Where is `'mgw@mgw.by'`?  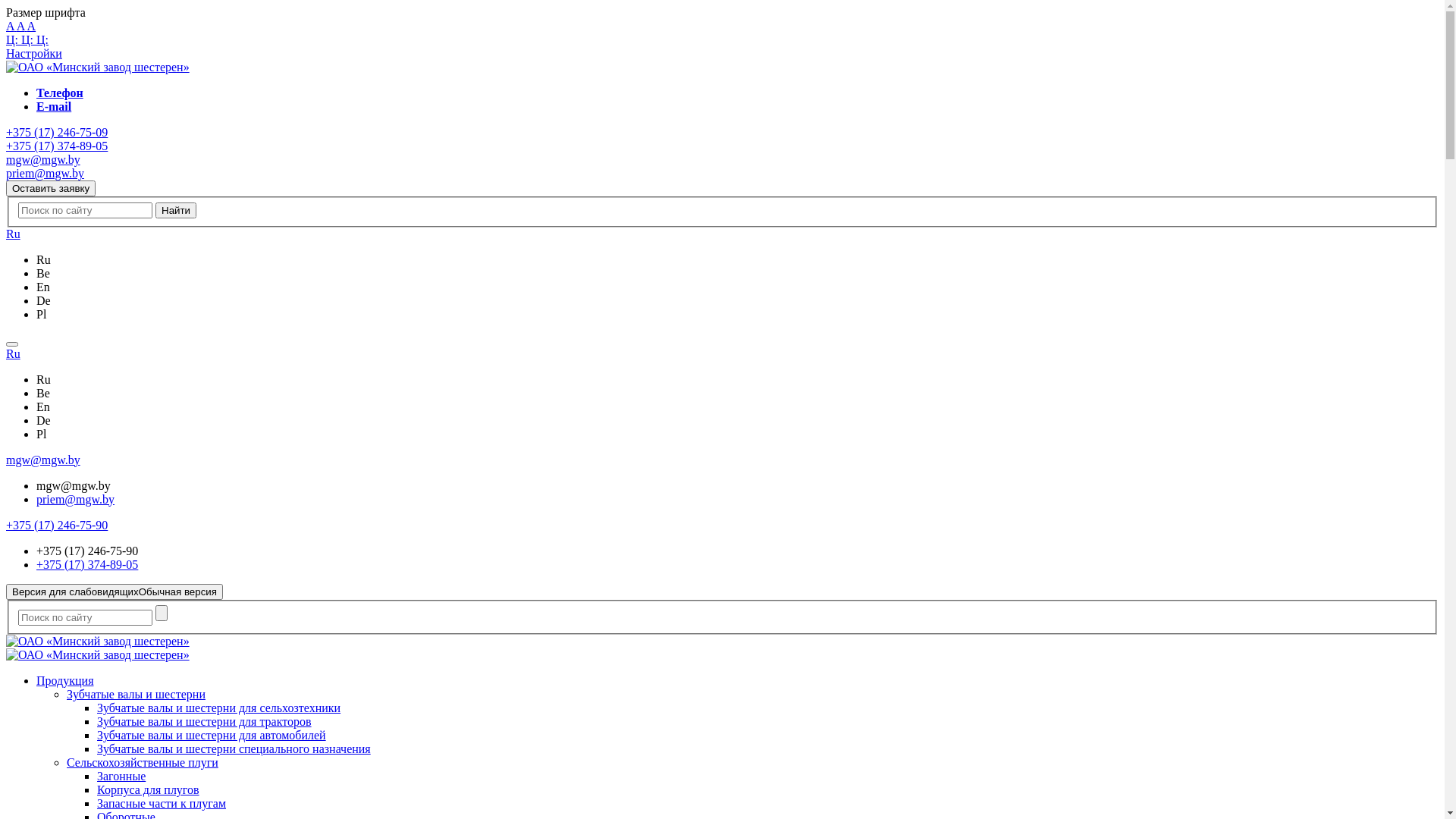
'mgw@mgw.by' is located at coordinates (43, 459).